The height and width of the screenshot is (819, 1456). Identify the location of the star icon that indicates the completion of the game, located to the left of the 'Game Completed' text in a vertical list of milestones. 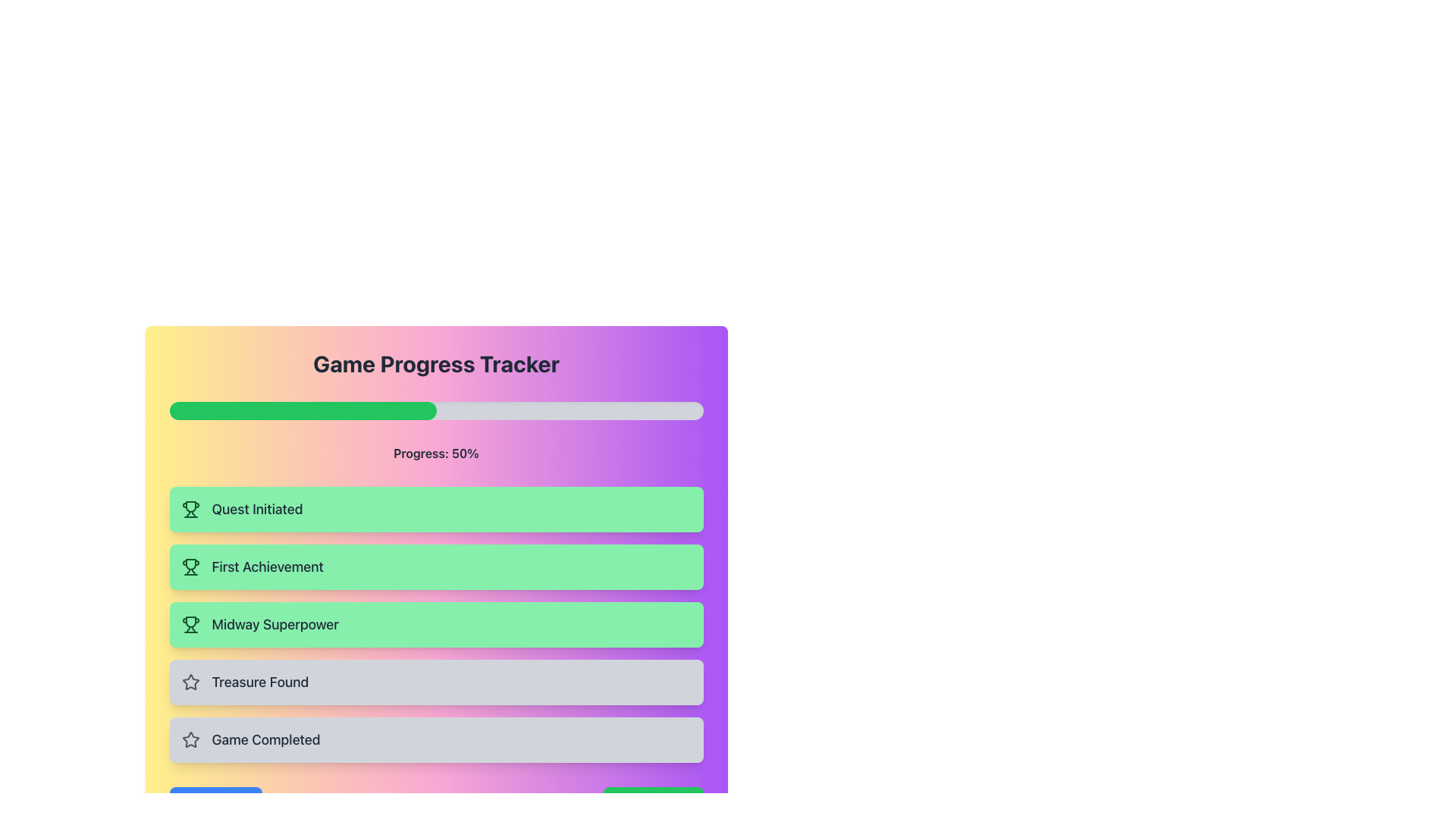
(190, 739).